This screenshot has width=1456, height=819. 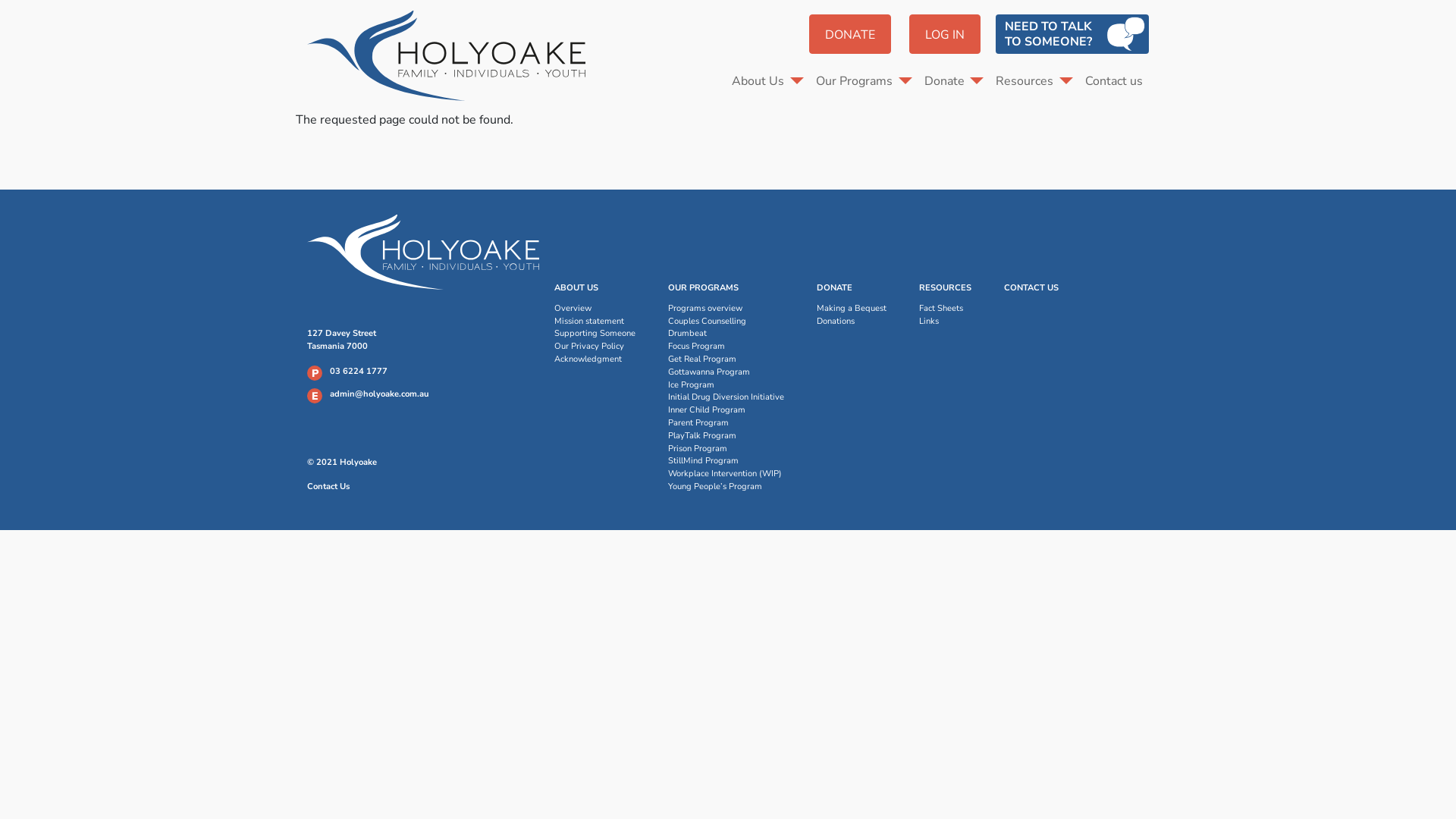 What do you see at coordinates (667, 460) in the screenshot?
I see `'StillMind Program'` at bounding box center [667, 460].